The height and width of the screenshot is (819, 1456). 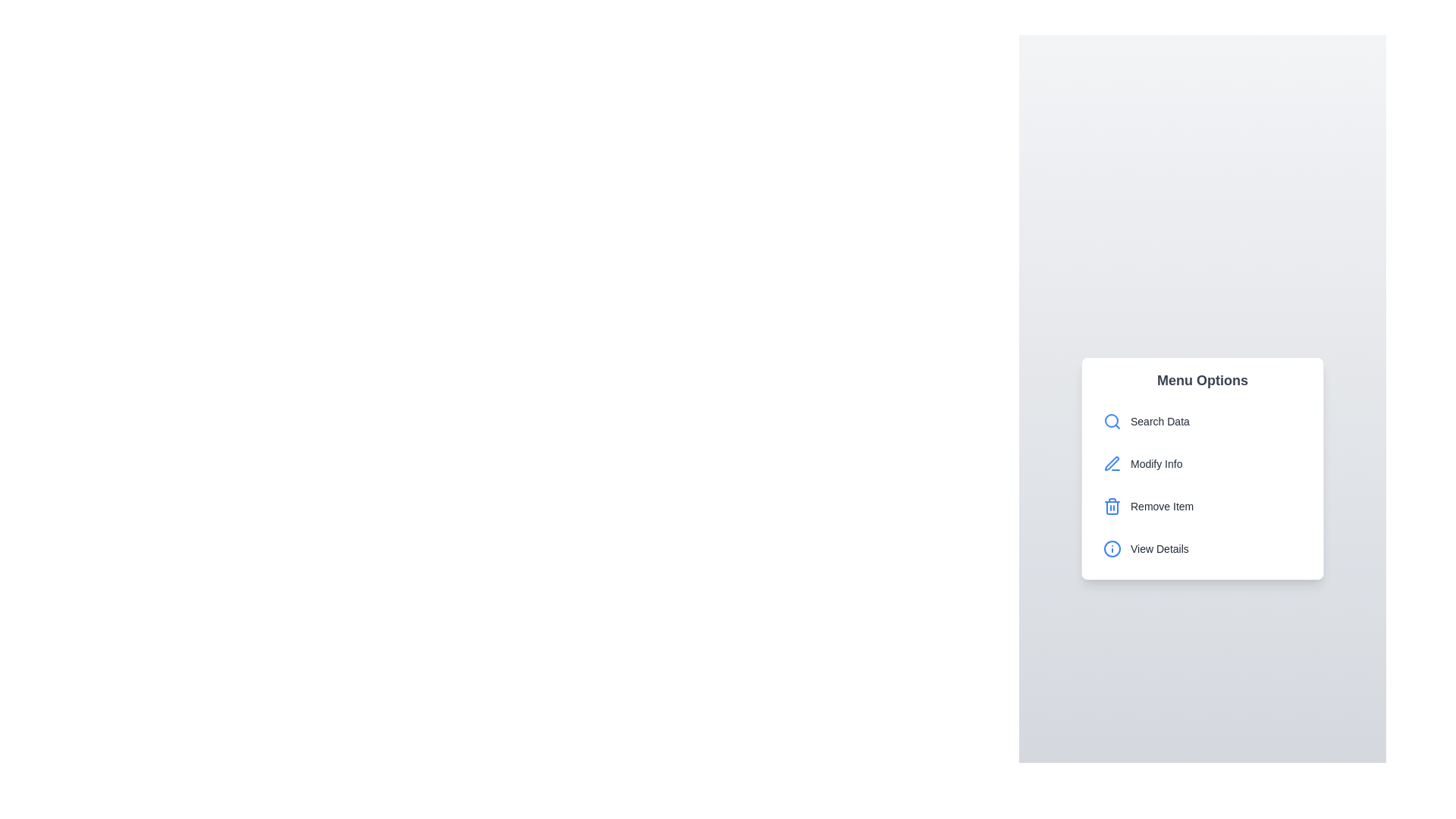 What do you see at coordinates (1112, 506) in the screenshot?
I see `the 'Remove Item' icon, which symbolizes a deletion action` at bounding box center [1112, 506].